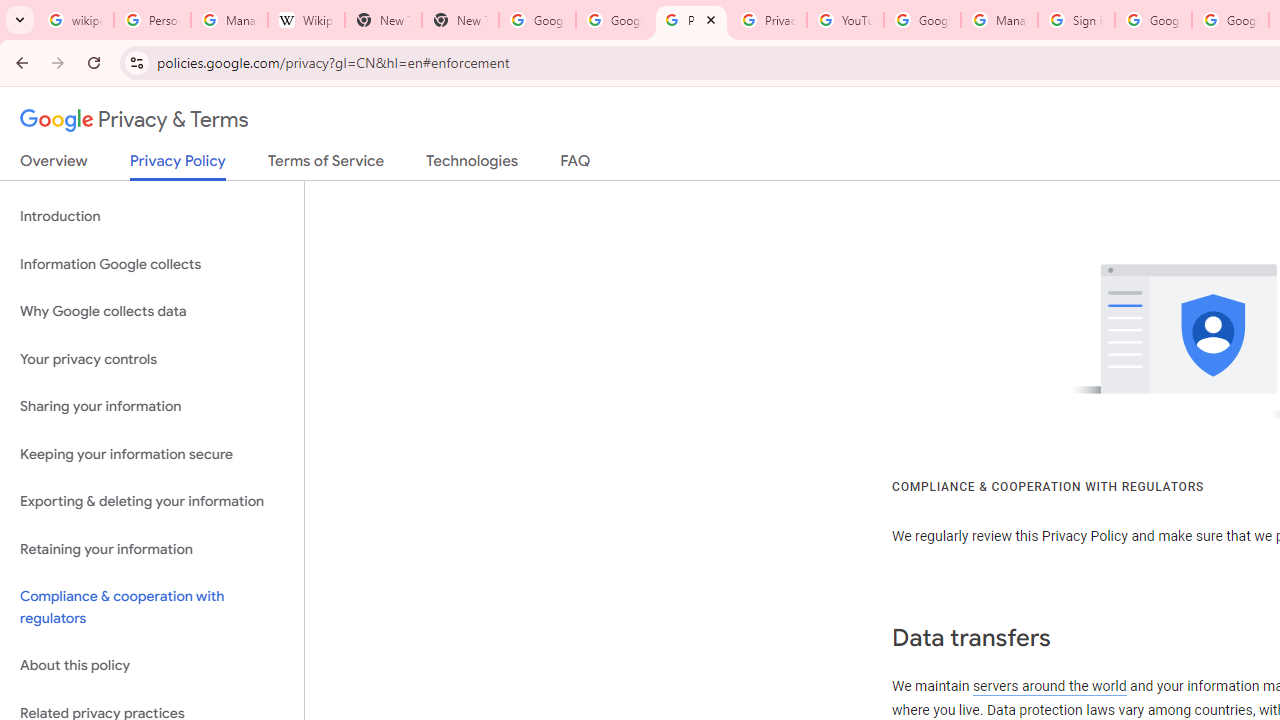 Image resolution: width=1280 pixels, height=720 pixels. What do you see at coordinates (575, 164) in the screenshot?
I see `'FAQ'` at bounding box center [575, 164].